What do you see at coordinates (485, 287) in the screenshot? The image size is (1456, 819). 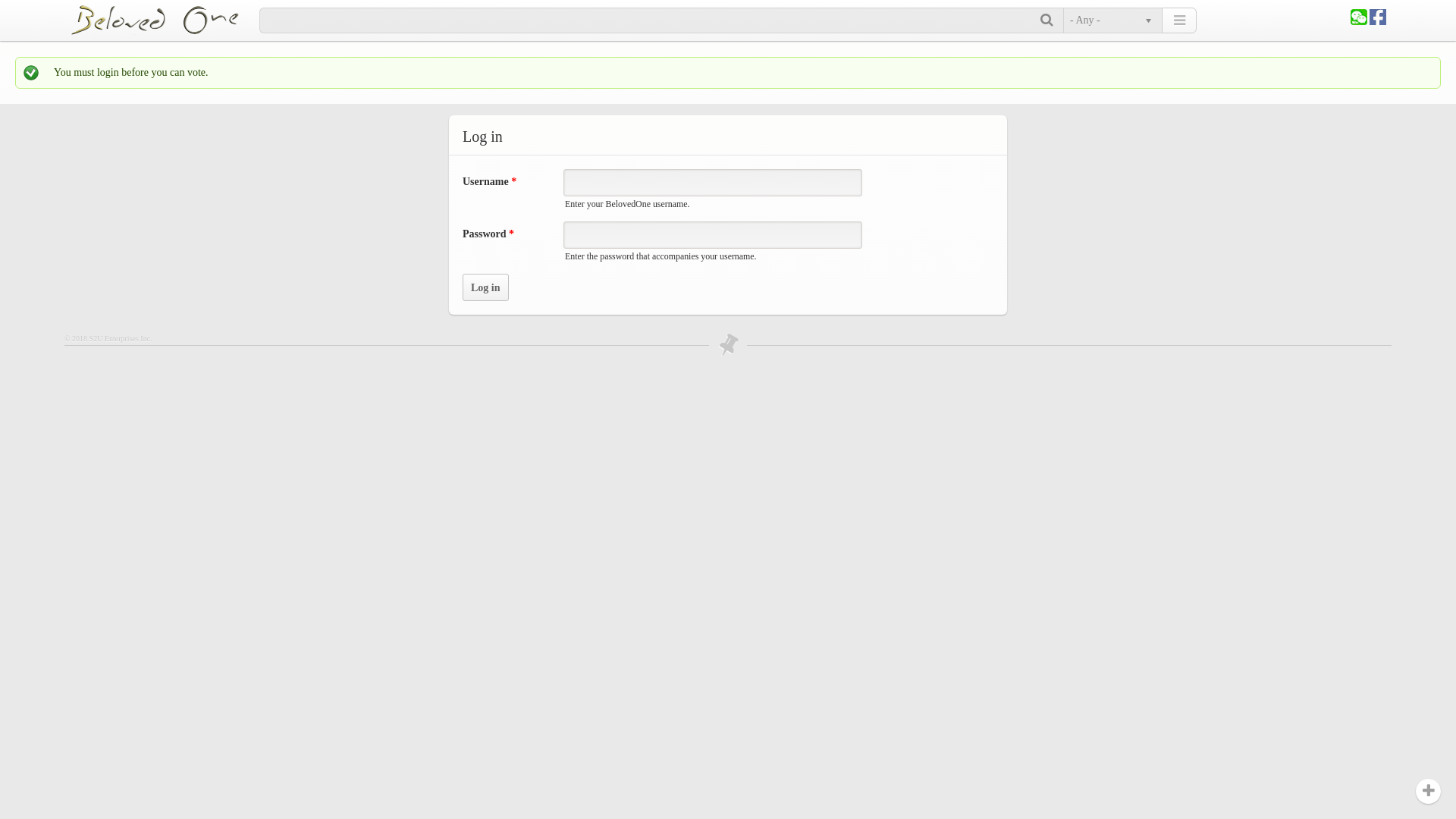 I see `'Log in'` at bounding box center [485, 287].